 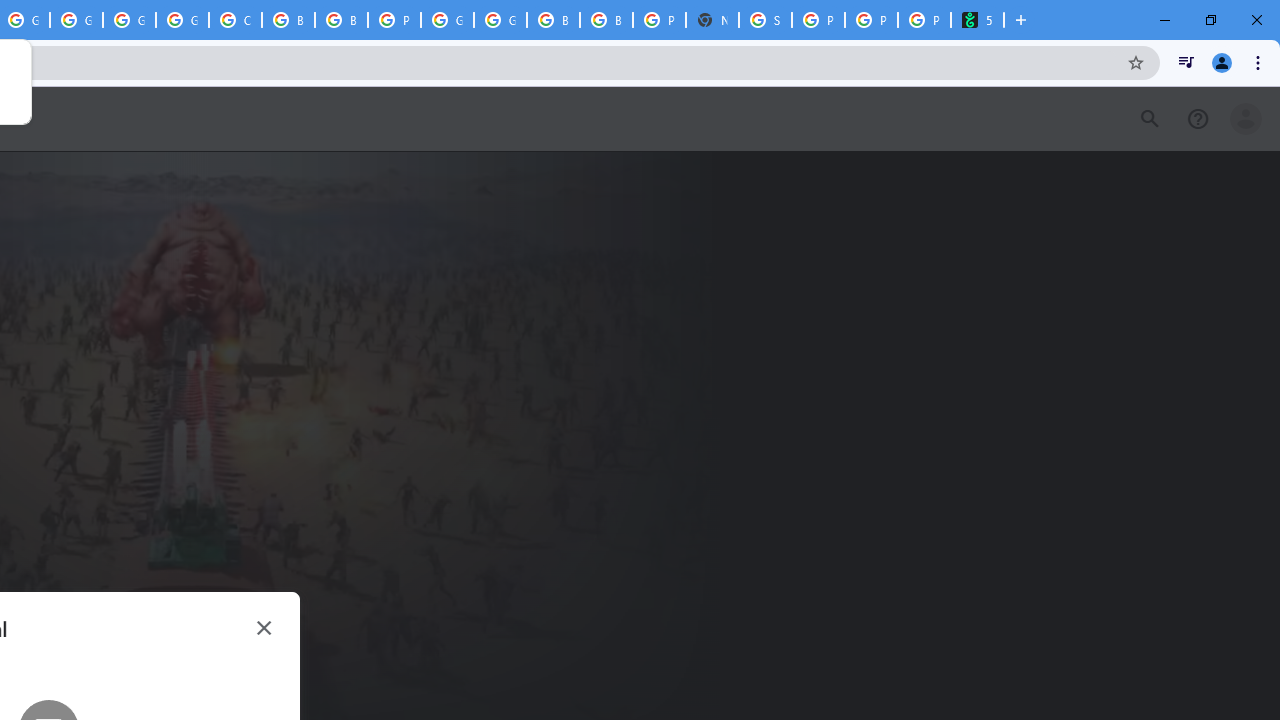 What do you see at coordinates (500, 20) in the screenshot?
I see `'Google Cloud Platform'` at bounding box center [500, 20].